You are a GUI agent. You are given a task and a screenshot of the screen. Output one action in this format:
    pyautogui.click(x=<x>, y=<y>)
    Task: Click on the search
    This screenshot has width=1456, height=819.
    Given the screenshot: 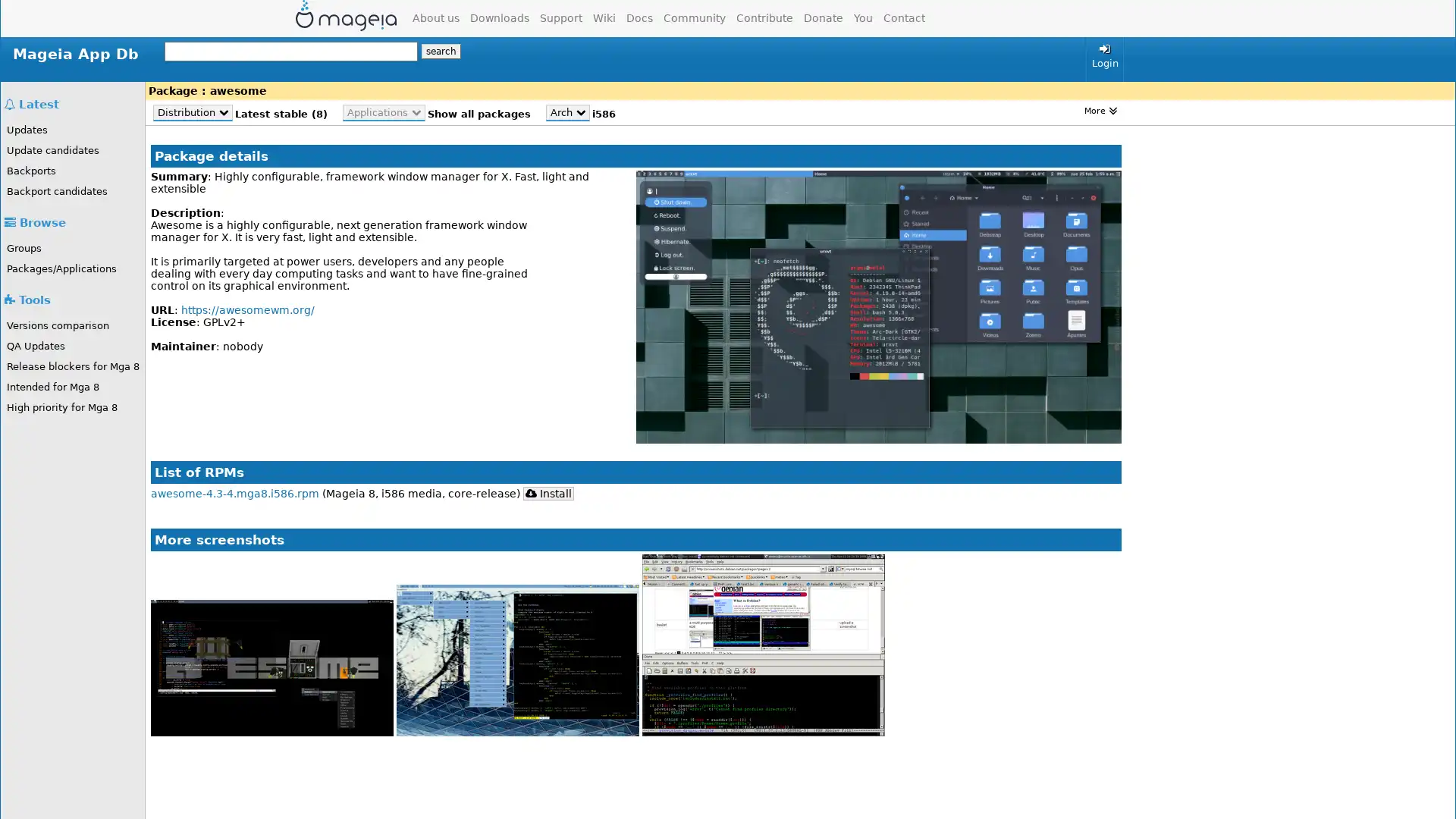 What is the action you would take?
    pyautogui.click(x=440, y=51)
    